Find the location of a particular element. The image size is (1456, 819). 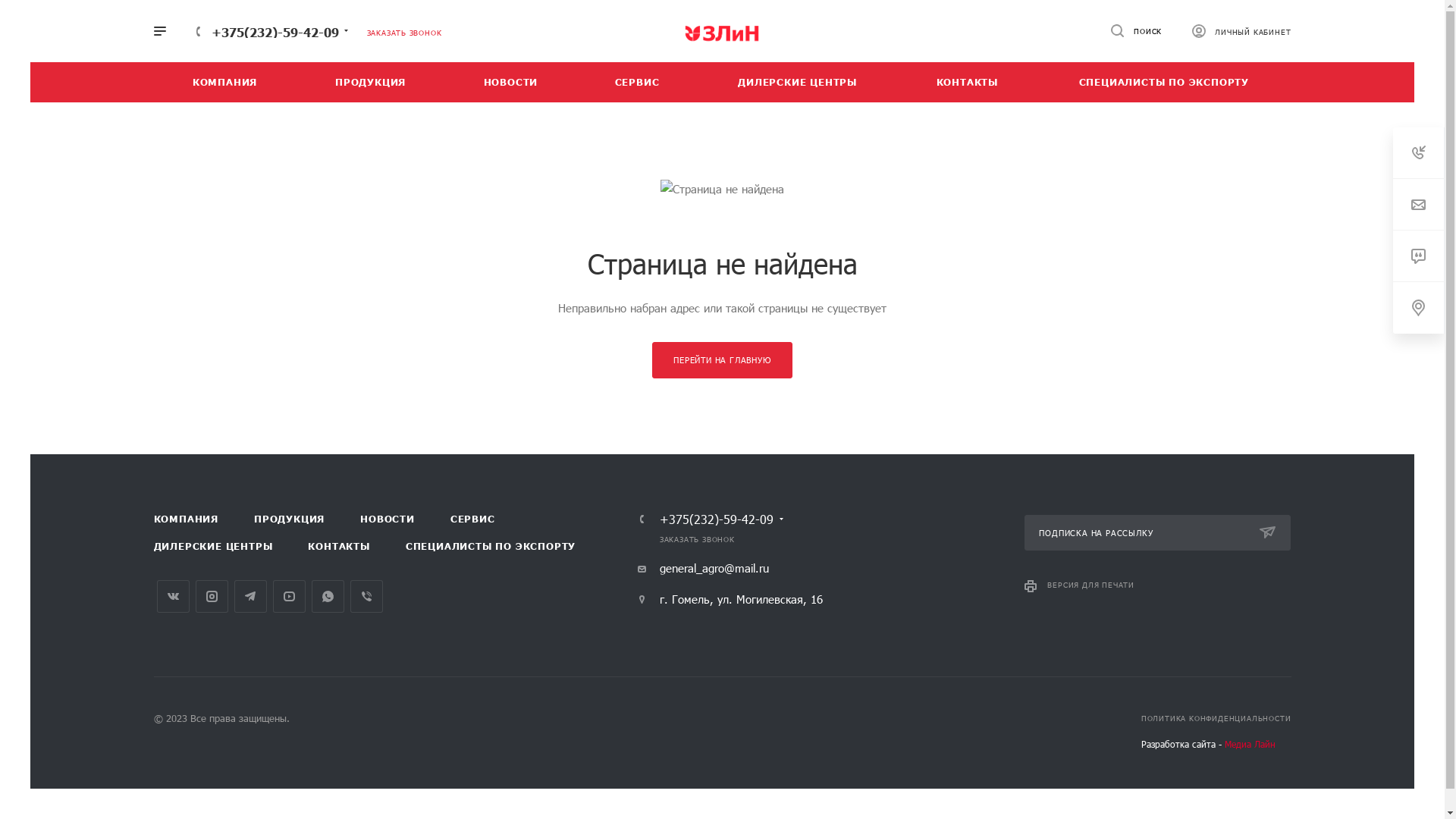

'Instagram' is located at coordinates (211, 595).